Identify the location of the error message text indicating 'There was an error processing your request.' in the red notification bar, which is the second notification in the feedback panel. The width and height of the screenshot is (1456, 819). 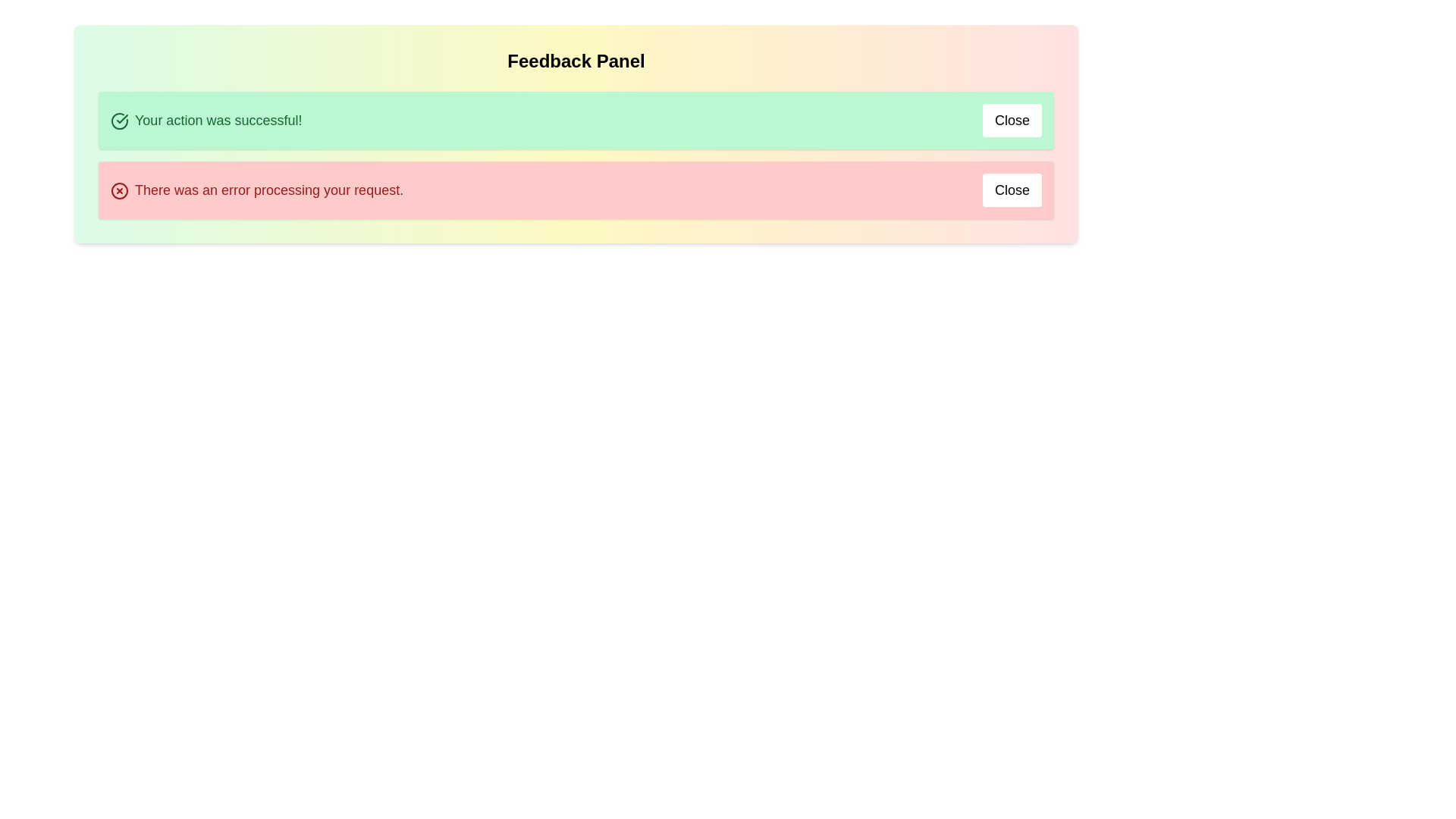
(257, 189).